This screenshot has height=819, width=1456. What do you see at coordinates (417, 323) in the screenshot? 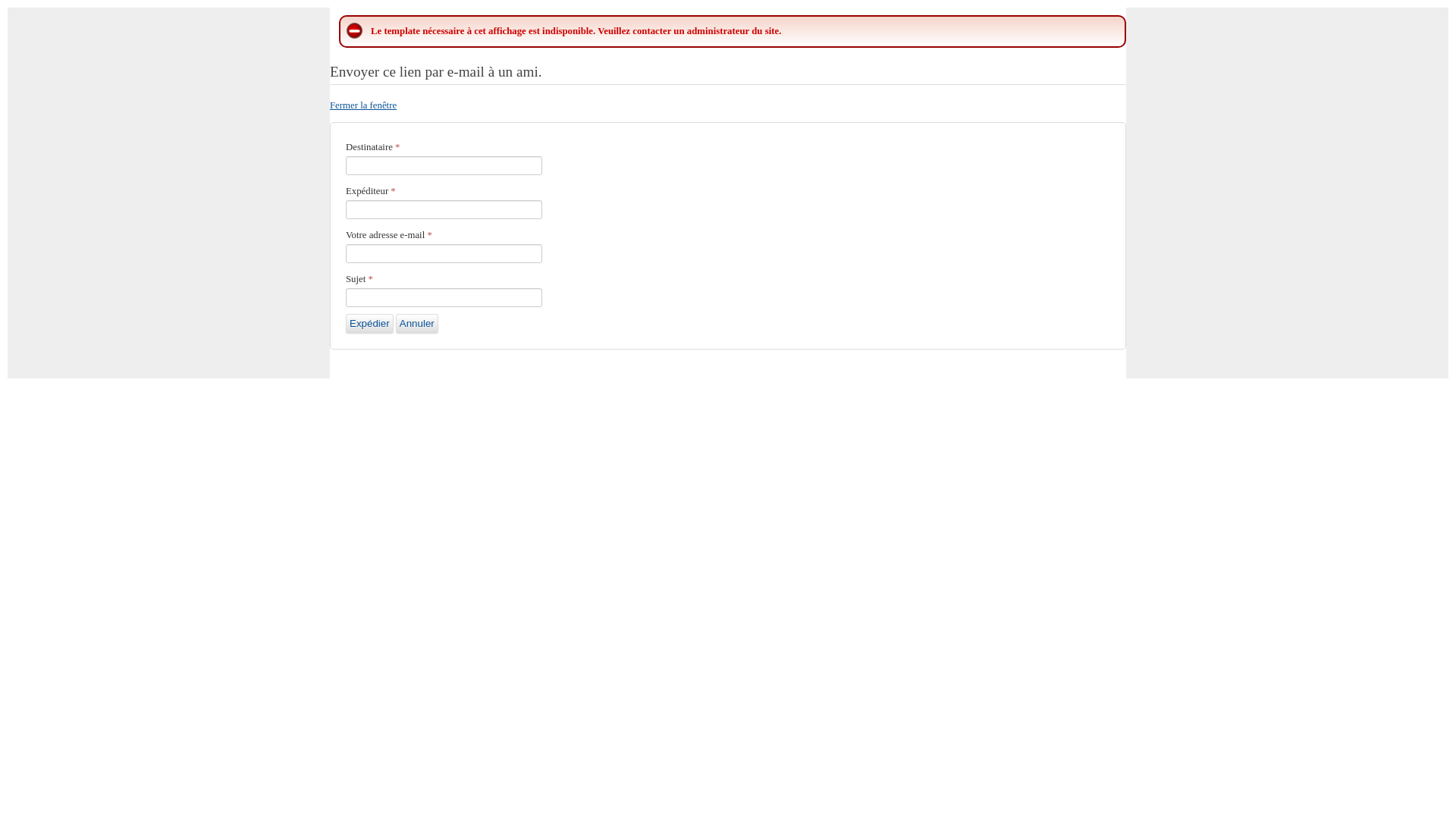
I see `'Annuler'` at bounding box center [417, 323].